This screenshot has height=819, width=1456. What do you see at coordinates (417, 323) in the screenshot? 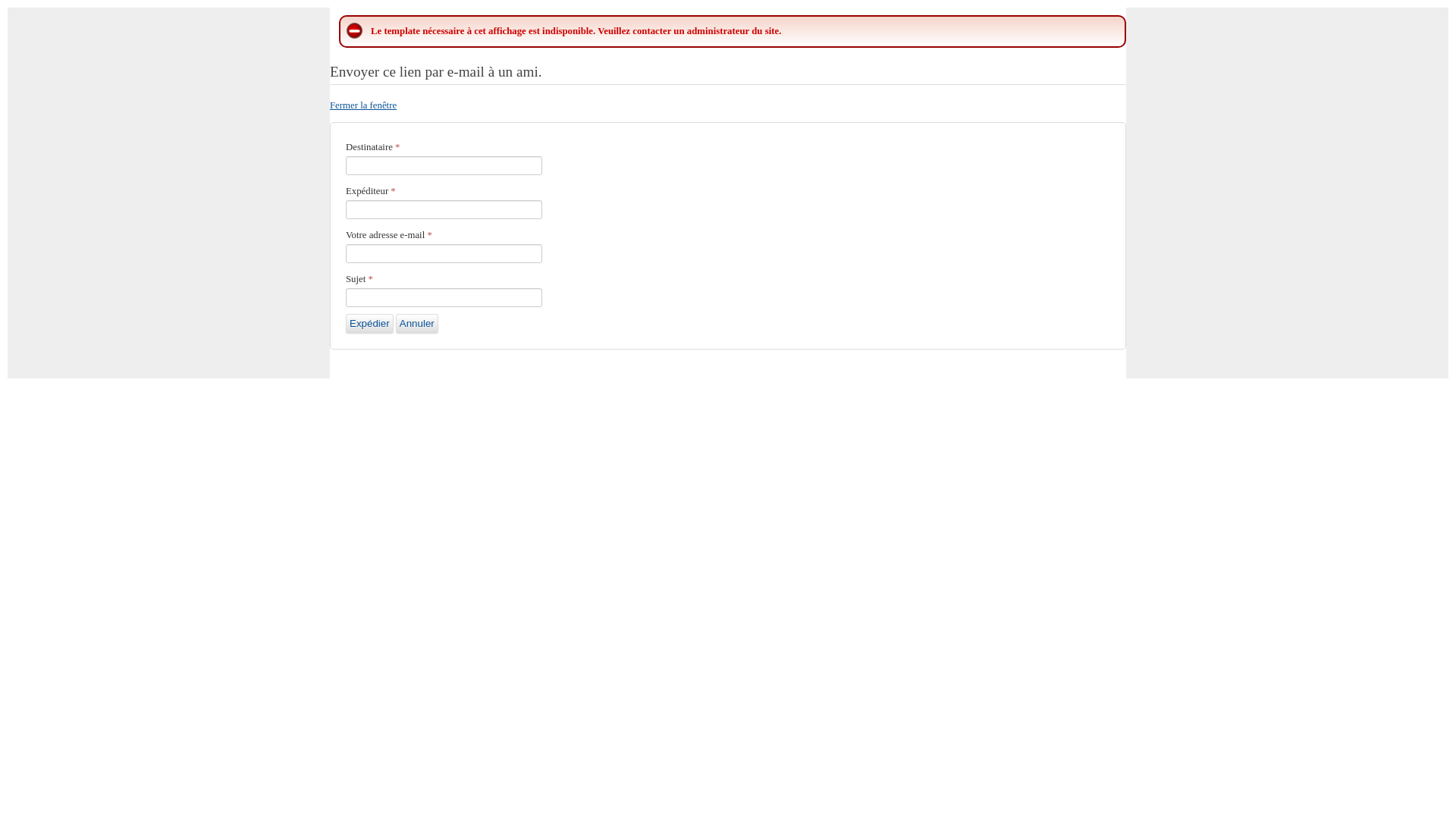
I see `'Annuler'` at bounding box center [417, 323].